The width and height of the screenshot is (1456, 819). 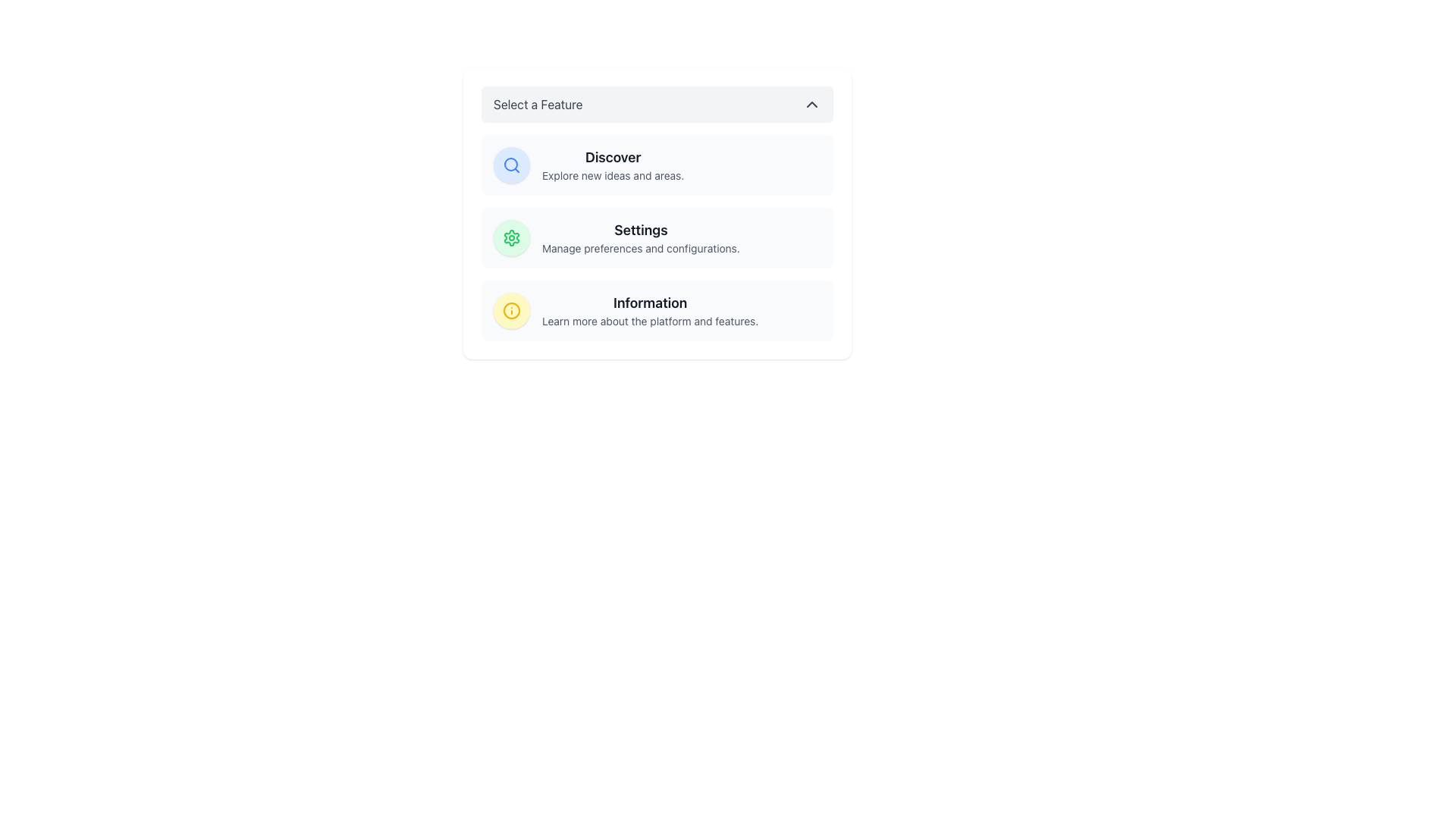 What do you see at coordinates (512, 309) in the screenshot?
I see `the central icon of the 'Information' section, which is the third group in a vertical stack of three similar groups` at bounding box center [512, 309].